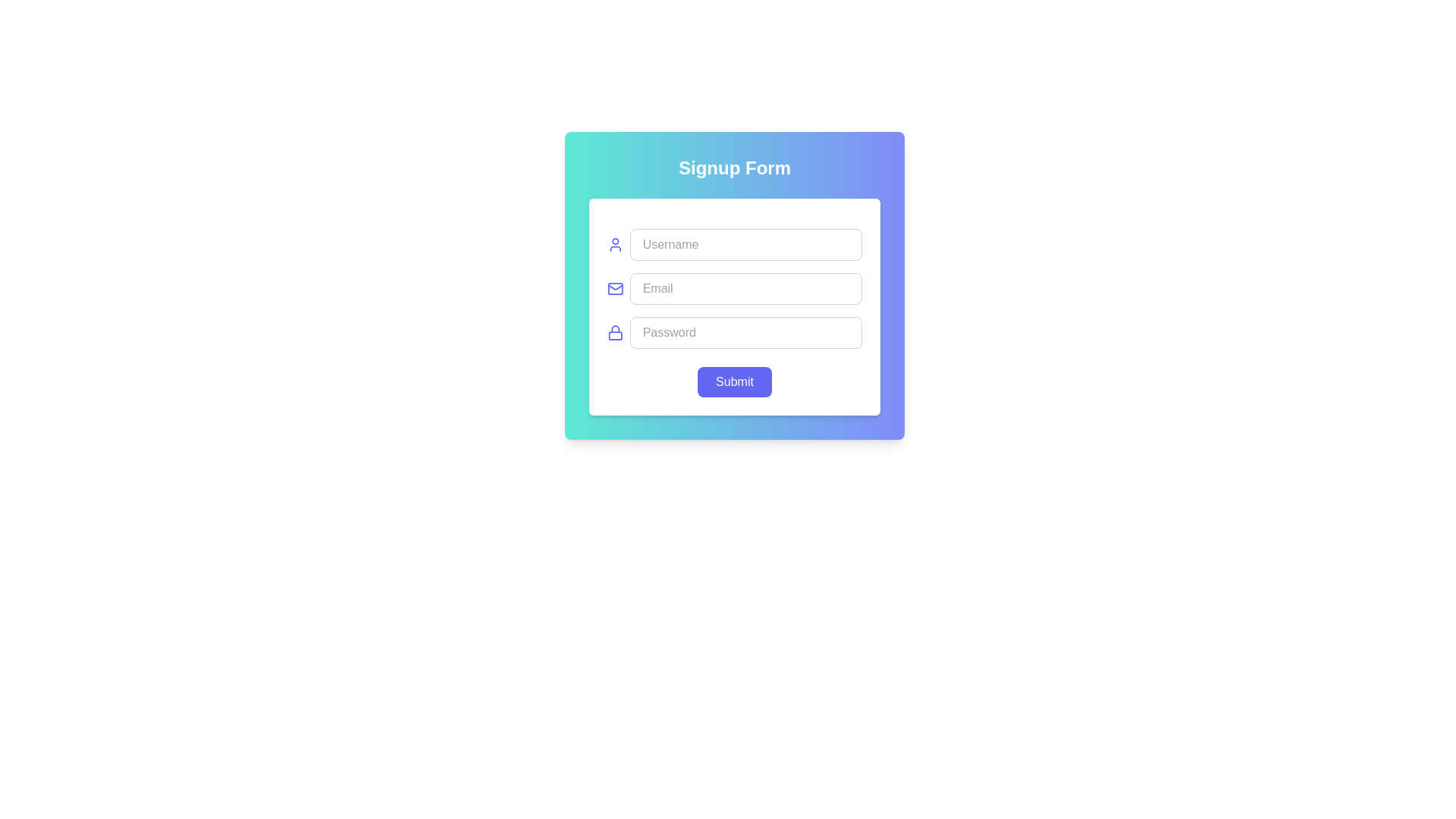  What do you see at coordinates (735, 168) in the screenshot?
I see `the title text element located at the top of the form, which serves as a heading indicating the form's purpose` at bounding box center [735, 168].